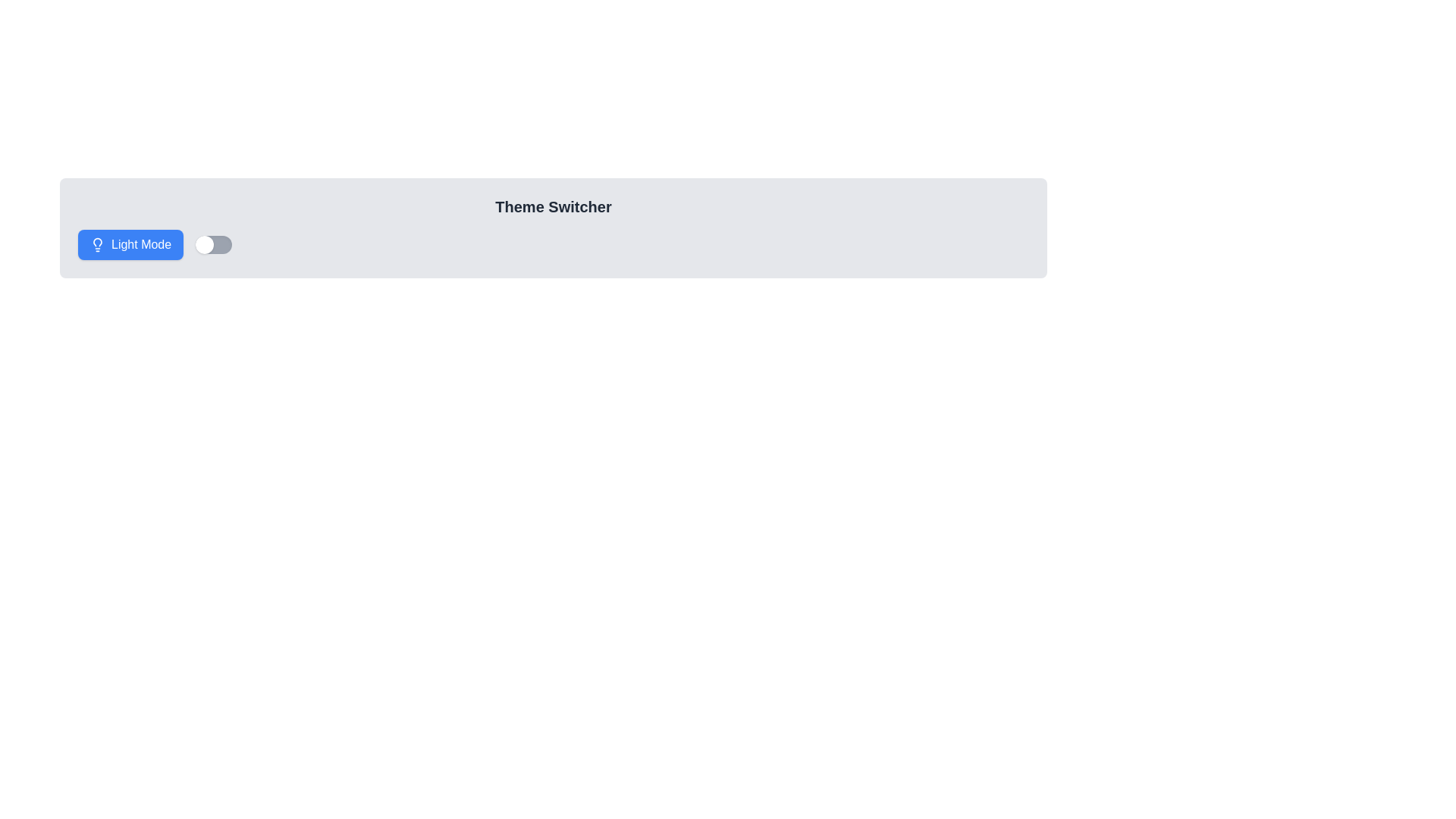  What do you see at coordinates (213, 244) in the screenshot?
I see `the toggle switch located to the right of the 'Light Mode' button in the top-left section of the interface` at bounding box center [213, 244].